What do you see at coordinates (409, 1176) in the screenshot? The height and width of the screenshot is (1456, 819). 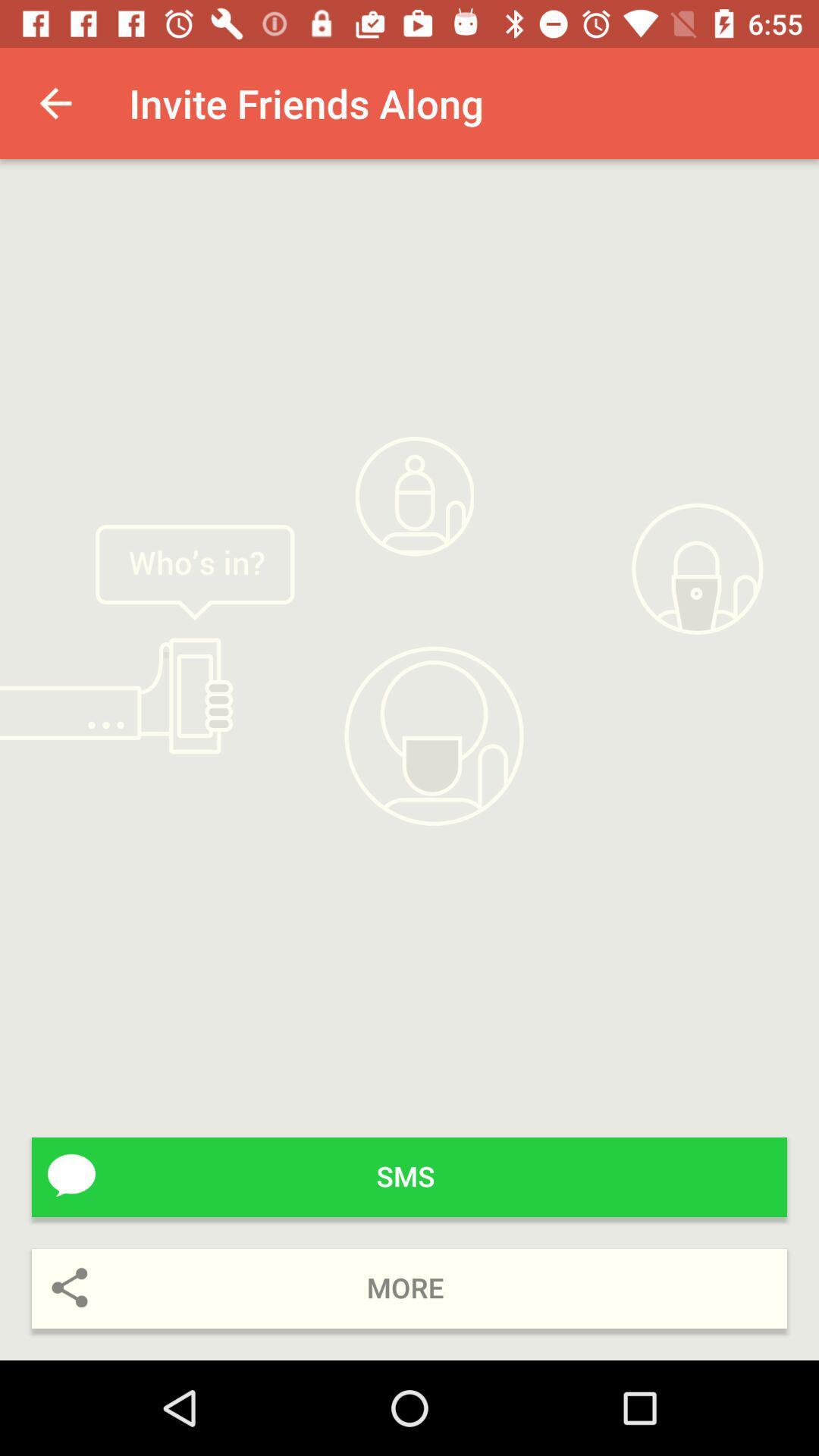 I see `icon above more icon` at bounding box center [409, 1176].